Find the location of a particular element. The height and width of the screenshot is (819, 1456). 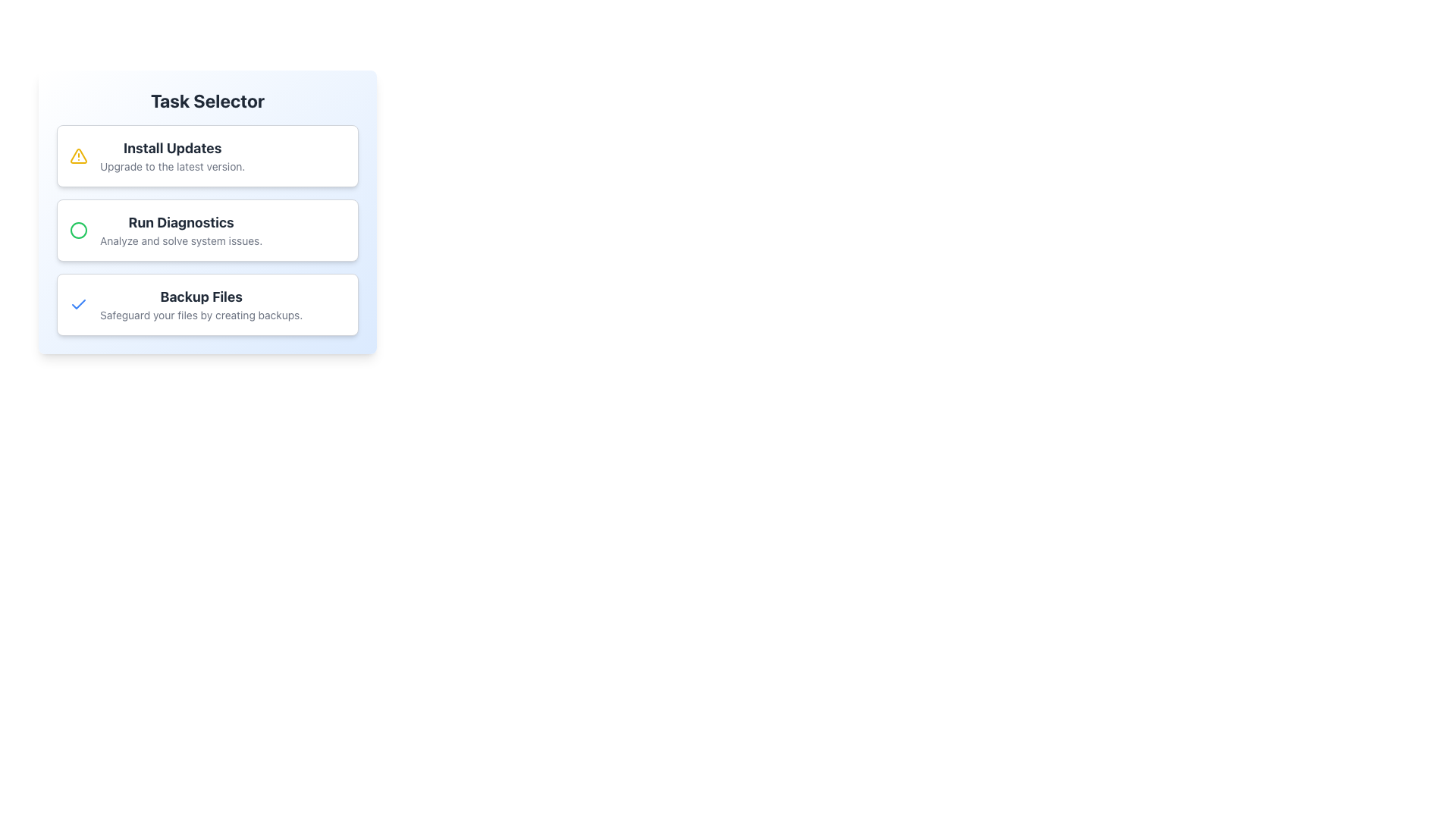

to select the 'Run Diagnostics' option, which is the second item in the vertically aligned list under the 'Task Selector' header, styled with bold text and a description below it is located at coordinates (181, 231).